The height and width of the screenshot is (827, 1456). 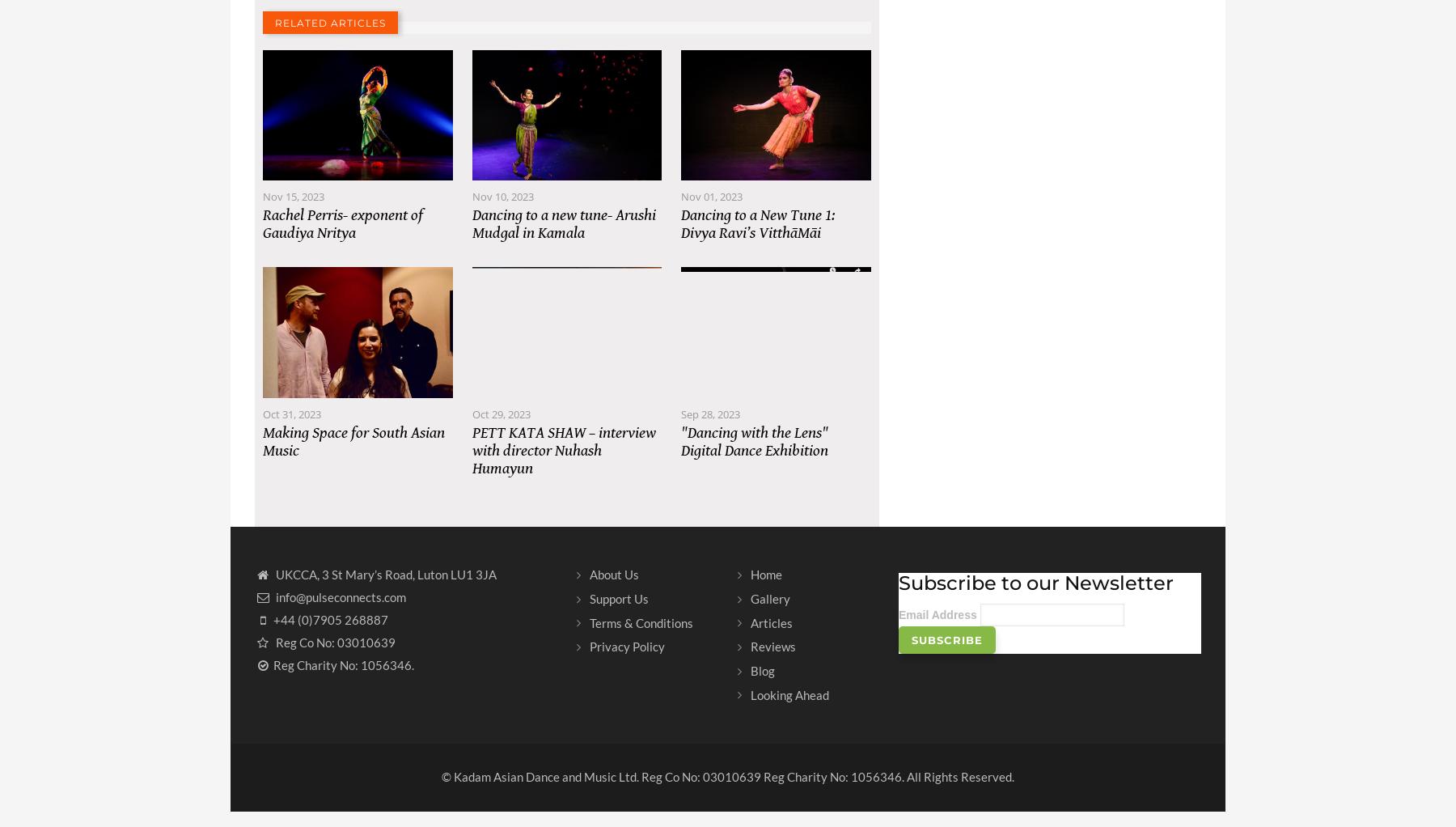 I want to click on 'Blog', so click(x=749, y=685).